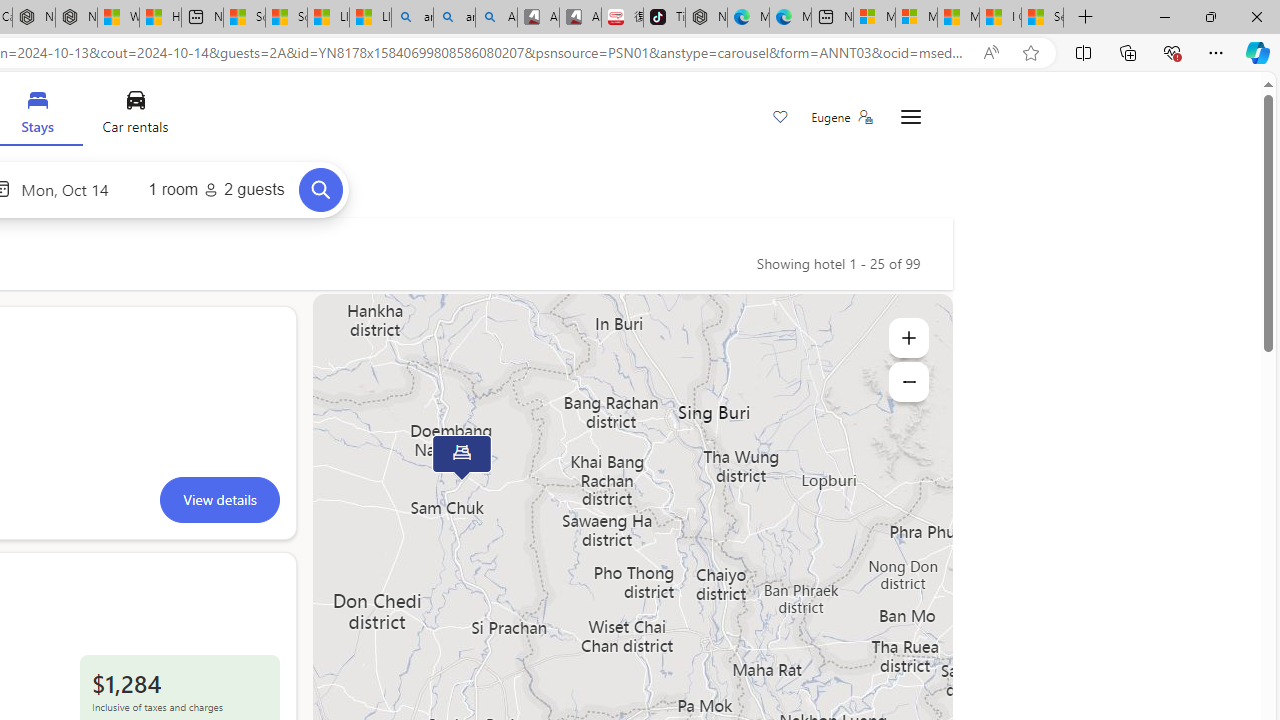 The height and width of the screenshot is (720, 1280). I want to click on 'Amazon Echo Robot - Search Images', so click(496, 17).